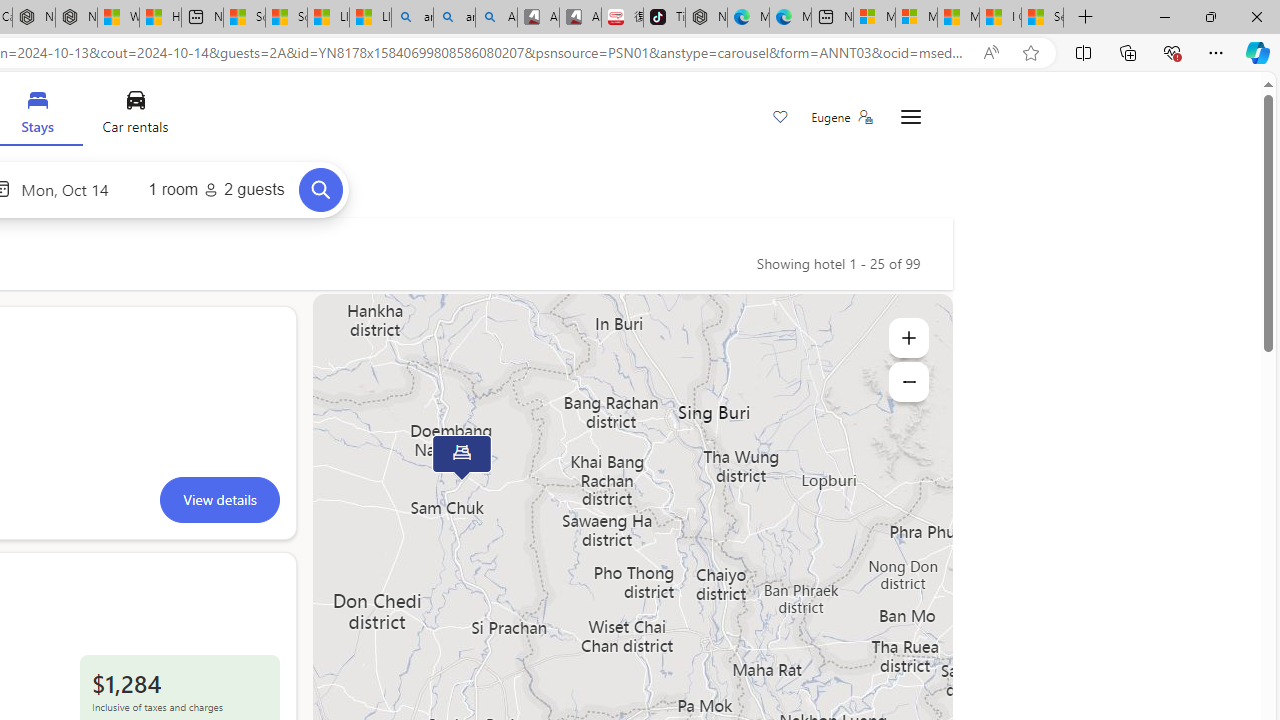 The height and width of the screenshot is (720, 1280). I want to click on 'Amazon Echo Robot - Search Images', so click(496, 17).